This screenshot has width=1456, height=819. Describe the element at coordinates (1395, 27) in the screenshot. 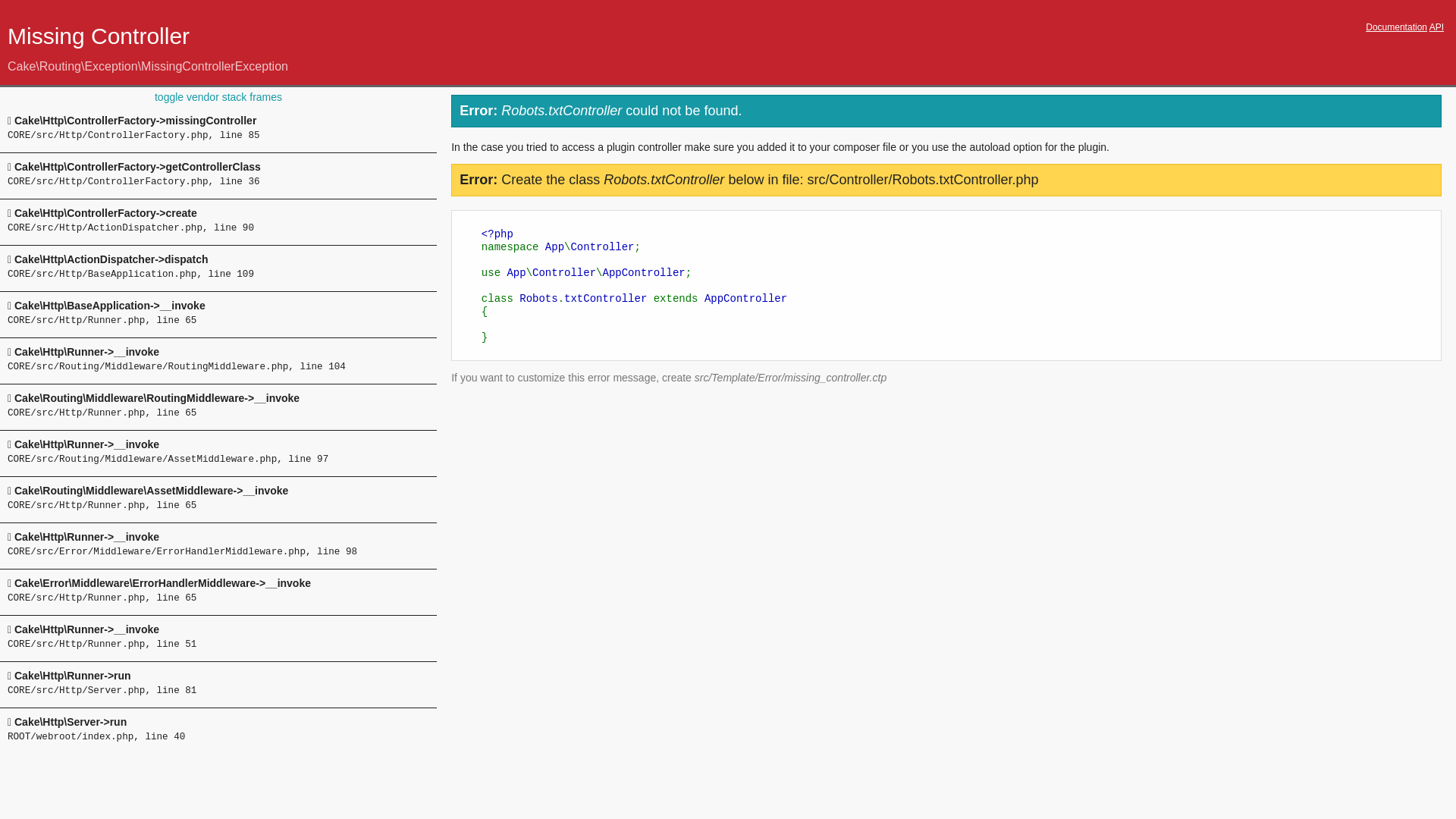

I see `'Documentation'` at that location.